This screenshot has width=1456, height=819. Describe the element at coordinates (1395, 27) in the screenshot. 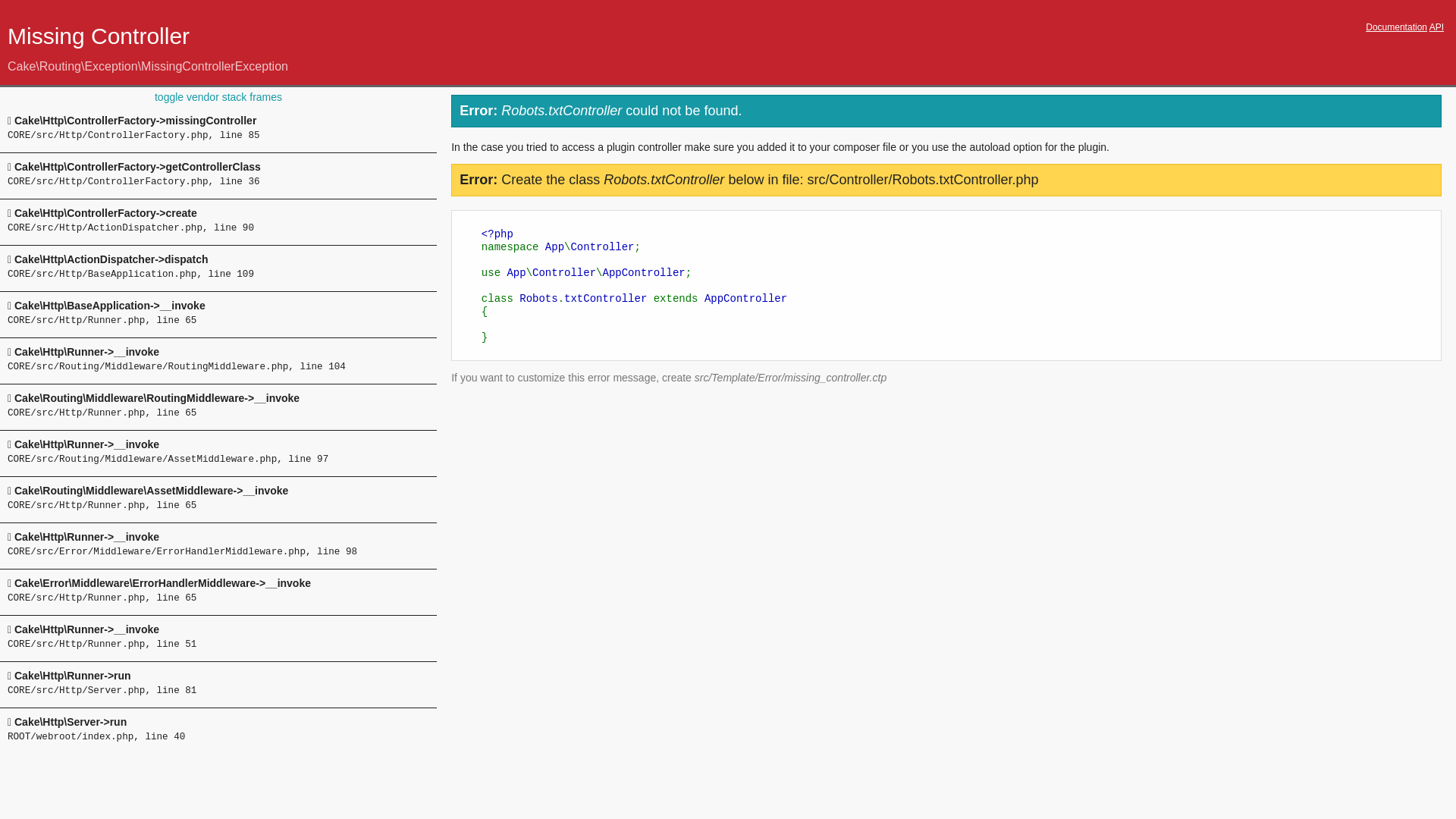

I see `'Documentation'` at that location.